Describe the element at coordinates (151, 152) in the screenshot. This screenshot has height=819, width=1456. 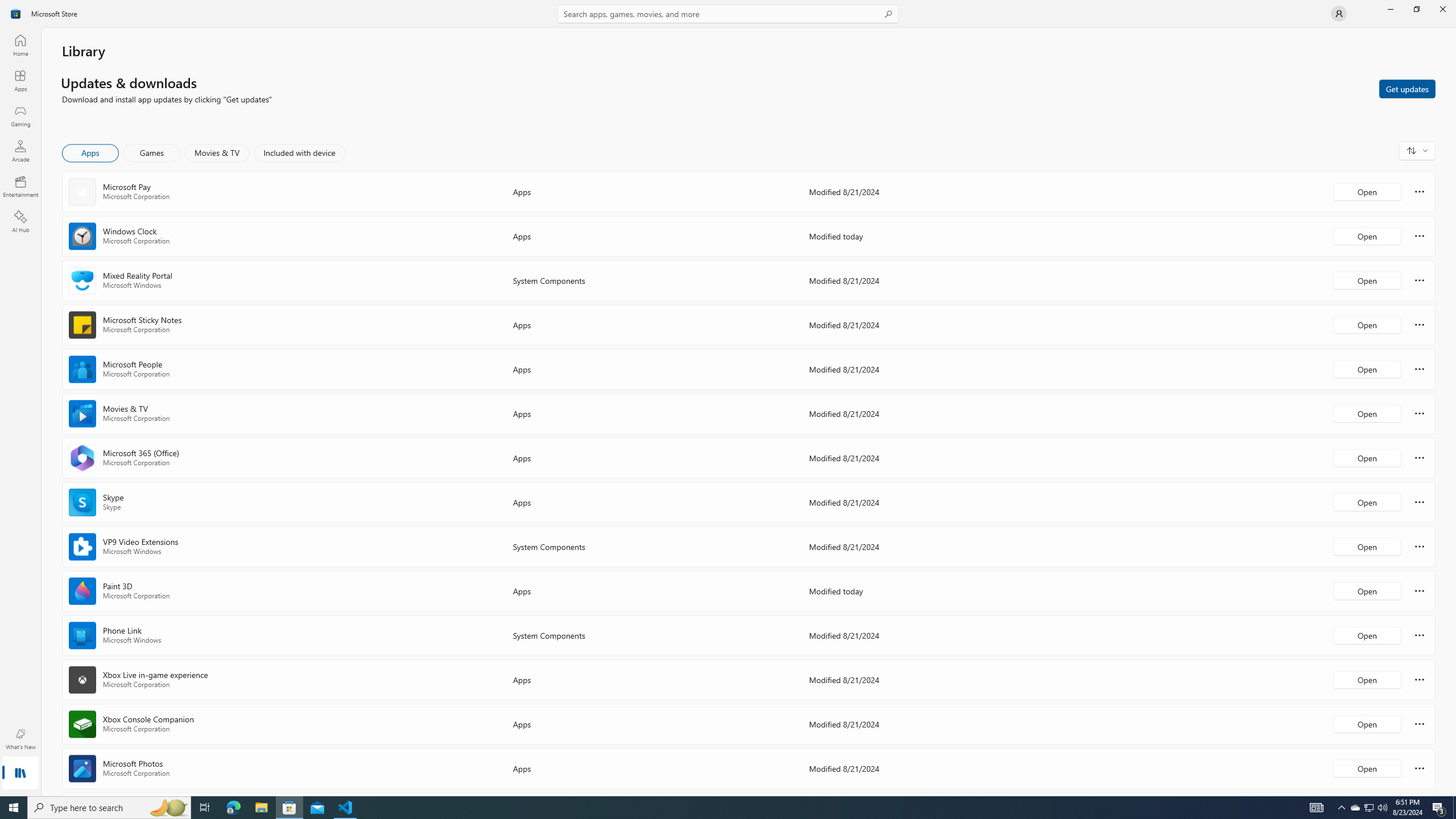
I see `'Games'` at that location.